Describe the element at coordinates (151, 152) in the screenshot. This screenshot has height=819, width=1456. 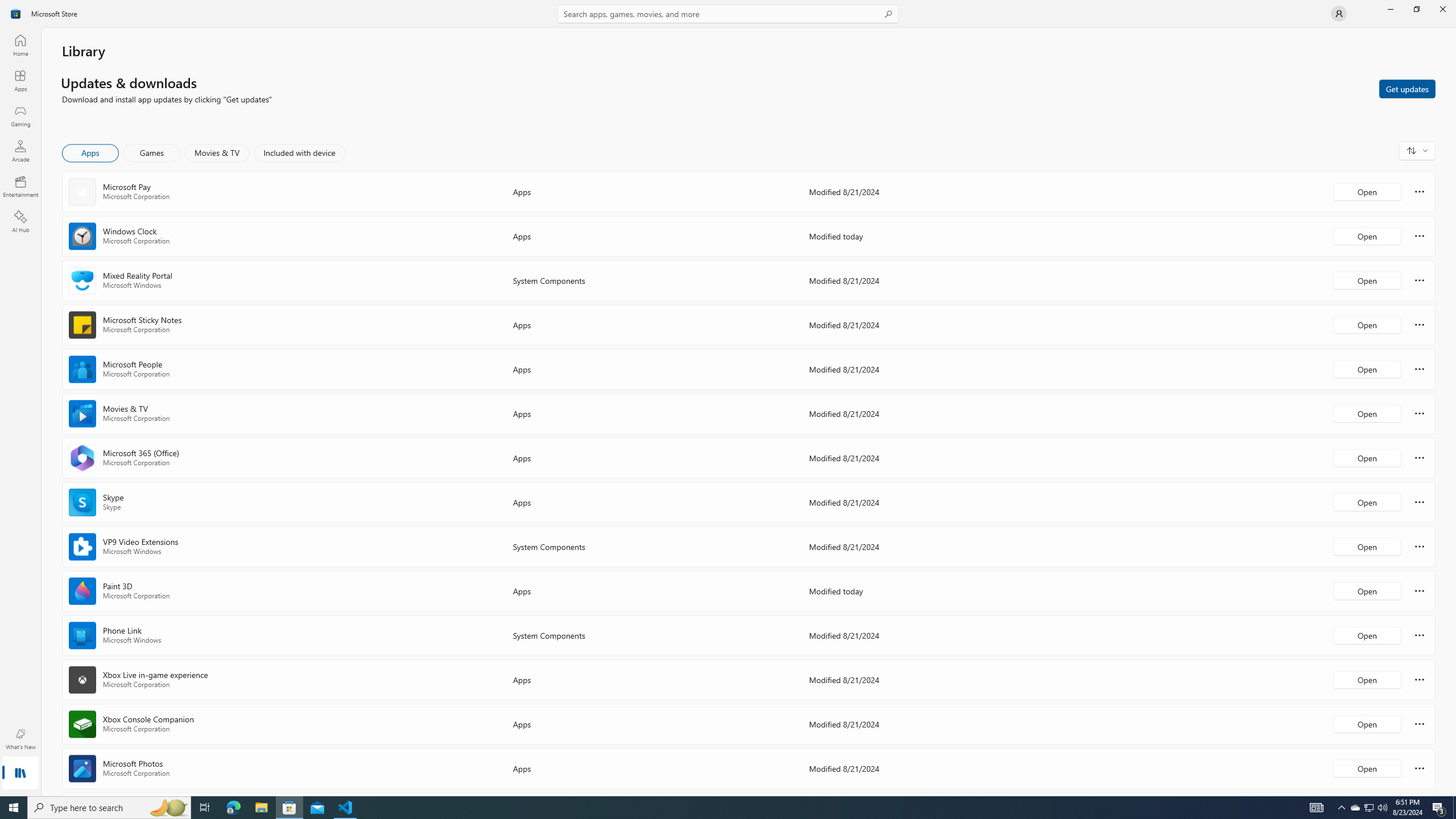
I see `'Games'` at that location.